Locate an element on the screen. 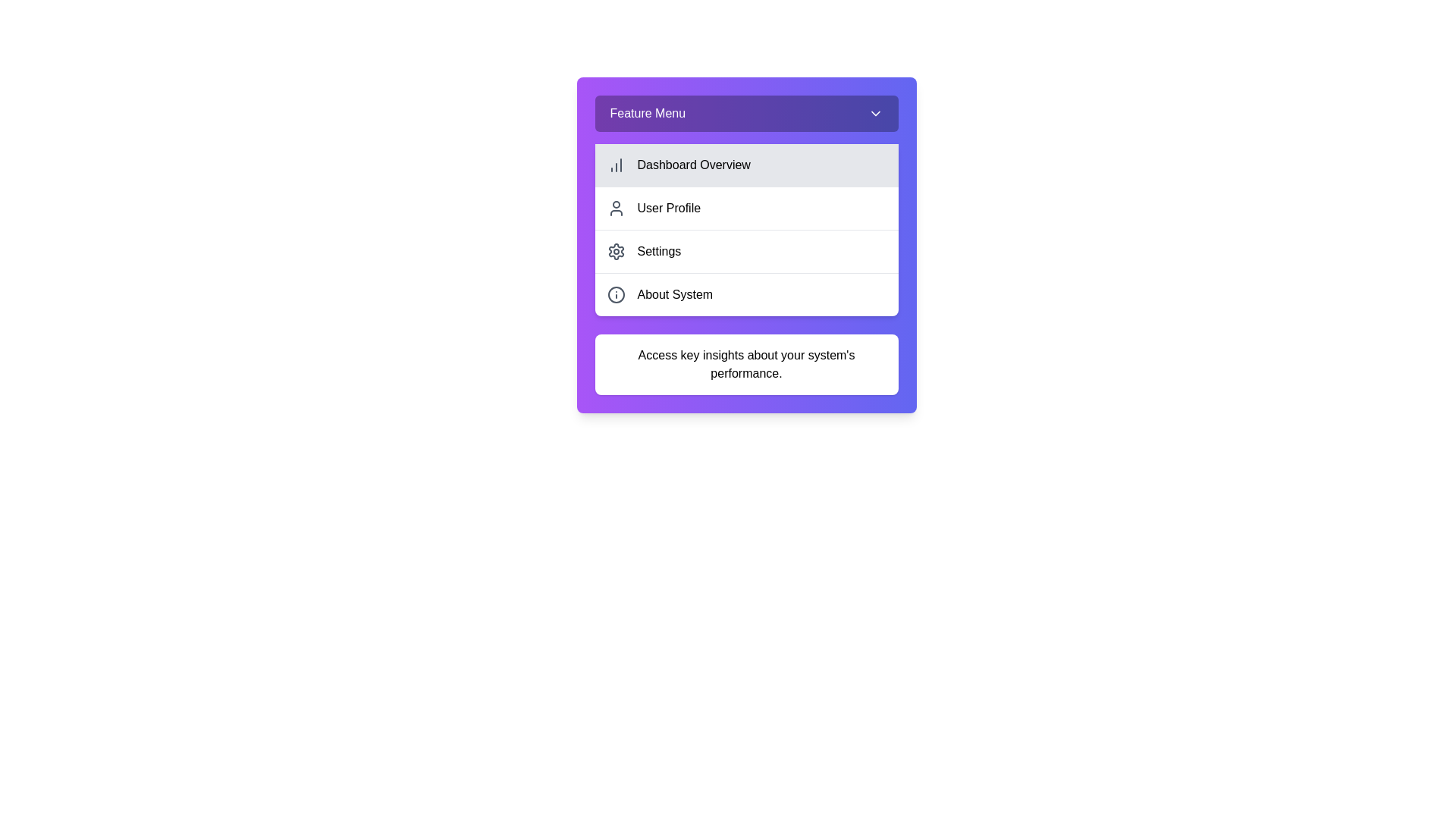 Image resolution: width=1456 pixels, height=819 pixels. the gear icon which is positioned to the left of the 'Settings' text is located at coordinates (616, 250).